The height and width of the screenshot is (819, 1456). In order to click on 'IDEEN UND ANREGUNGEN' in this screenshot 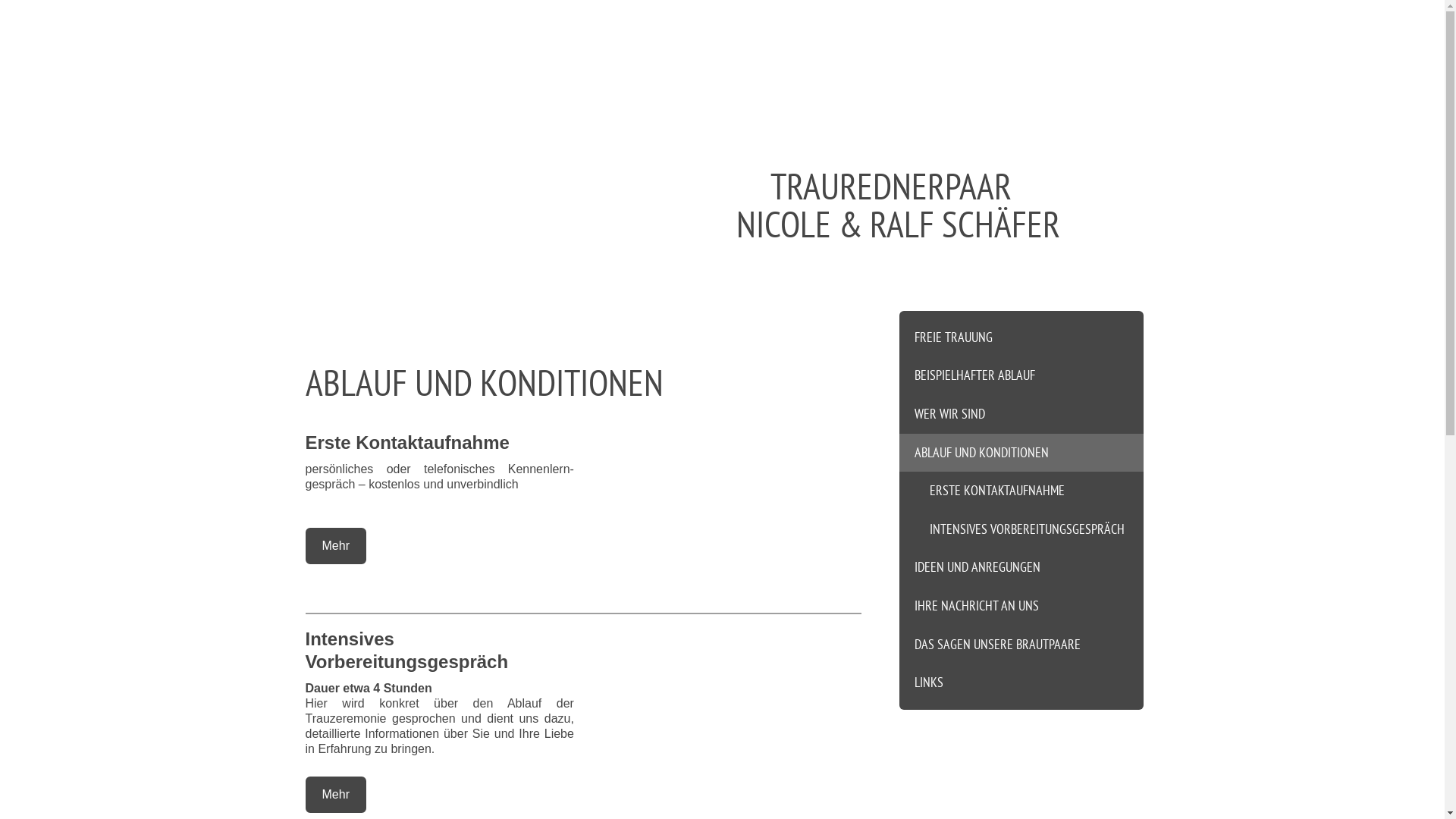, I will do `click(1021, 567)`.